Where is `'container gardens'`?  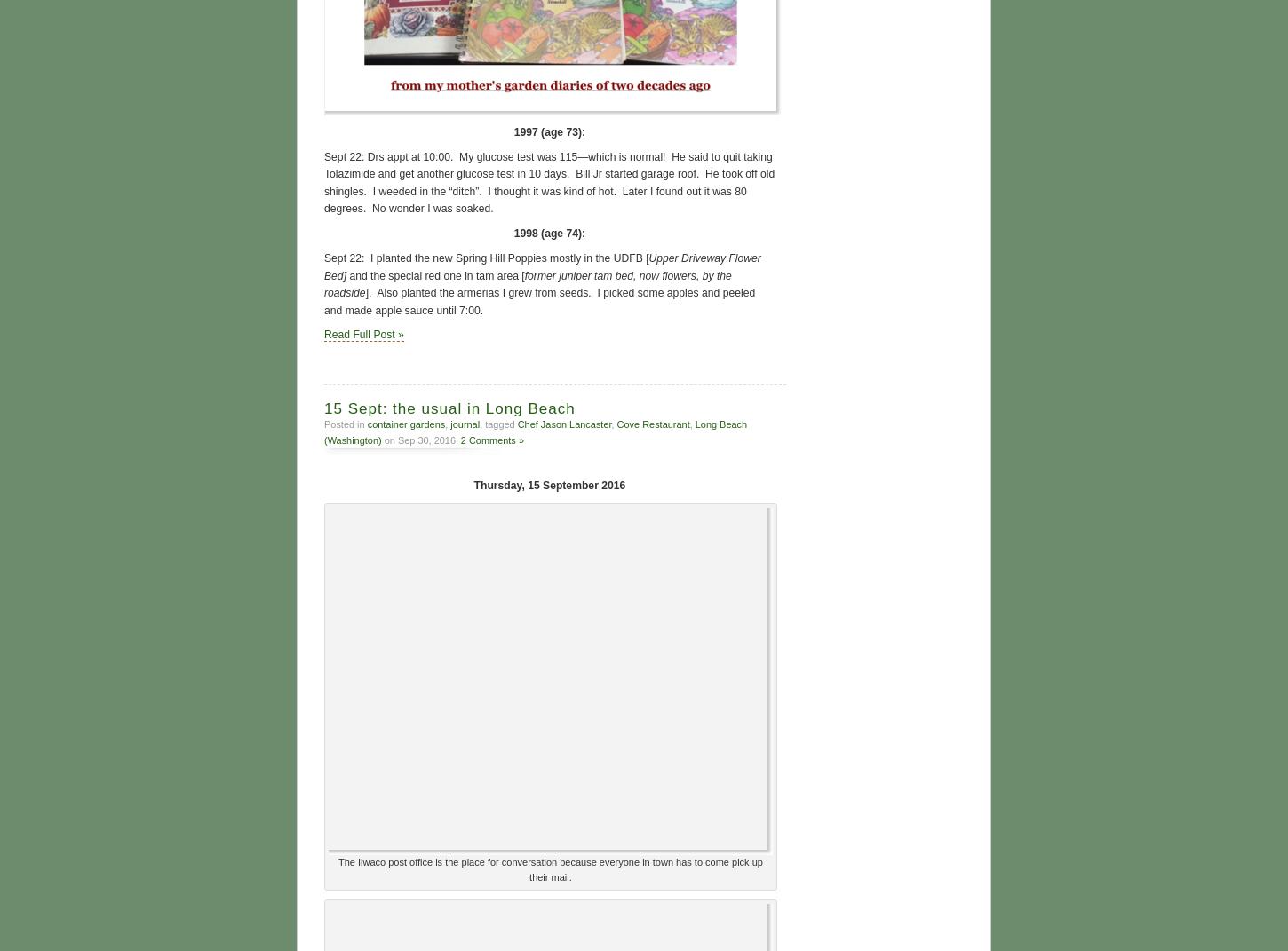 'container gardens' is located at coordinates (365, 421).